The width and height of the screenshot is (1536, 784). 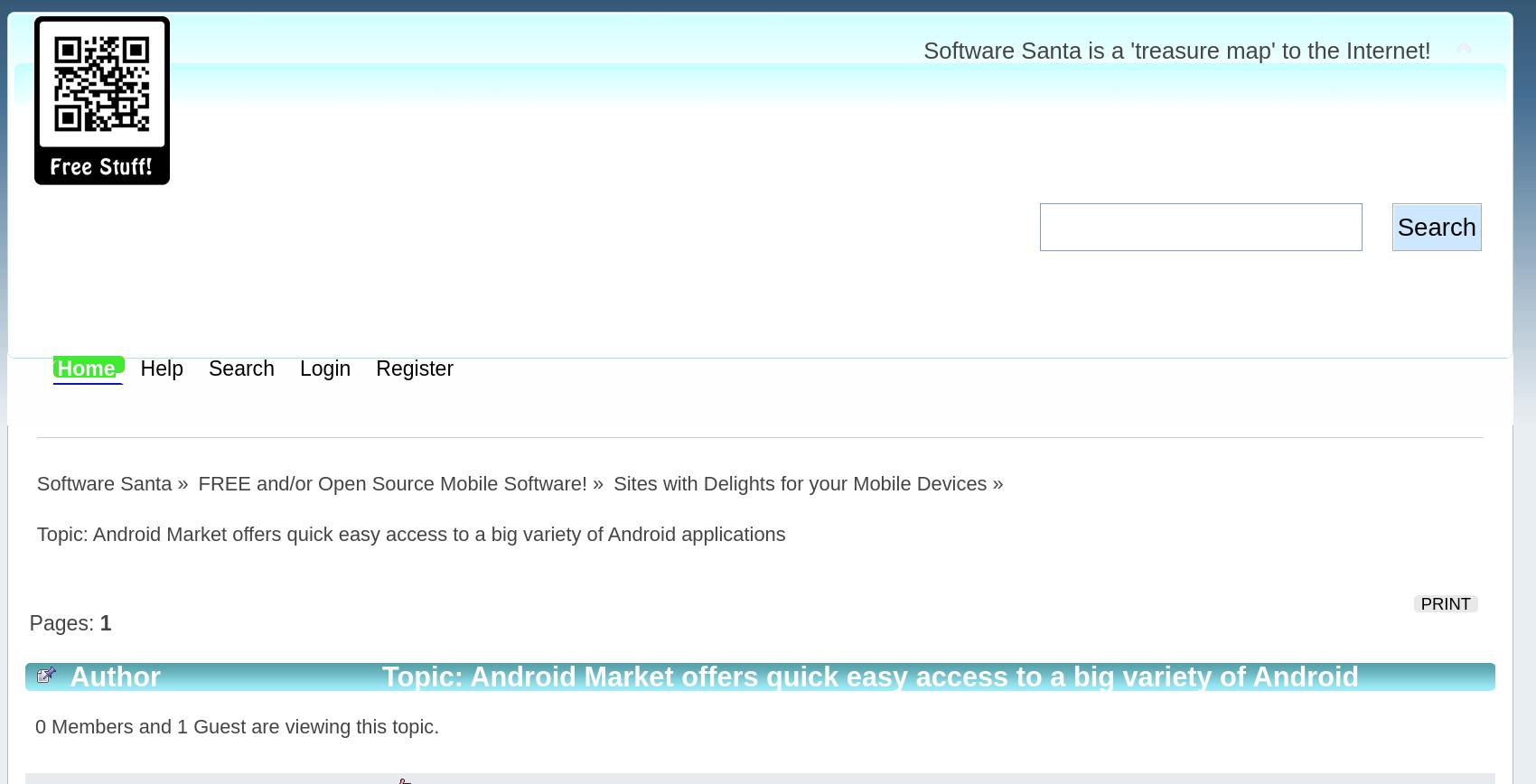 What do you see at coordinates (236, 726) in the screenshot?
I see `'0 Members and 1 Guest are viewing this topic.'` at bounding box center [236, 726].